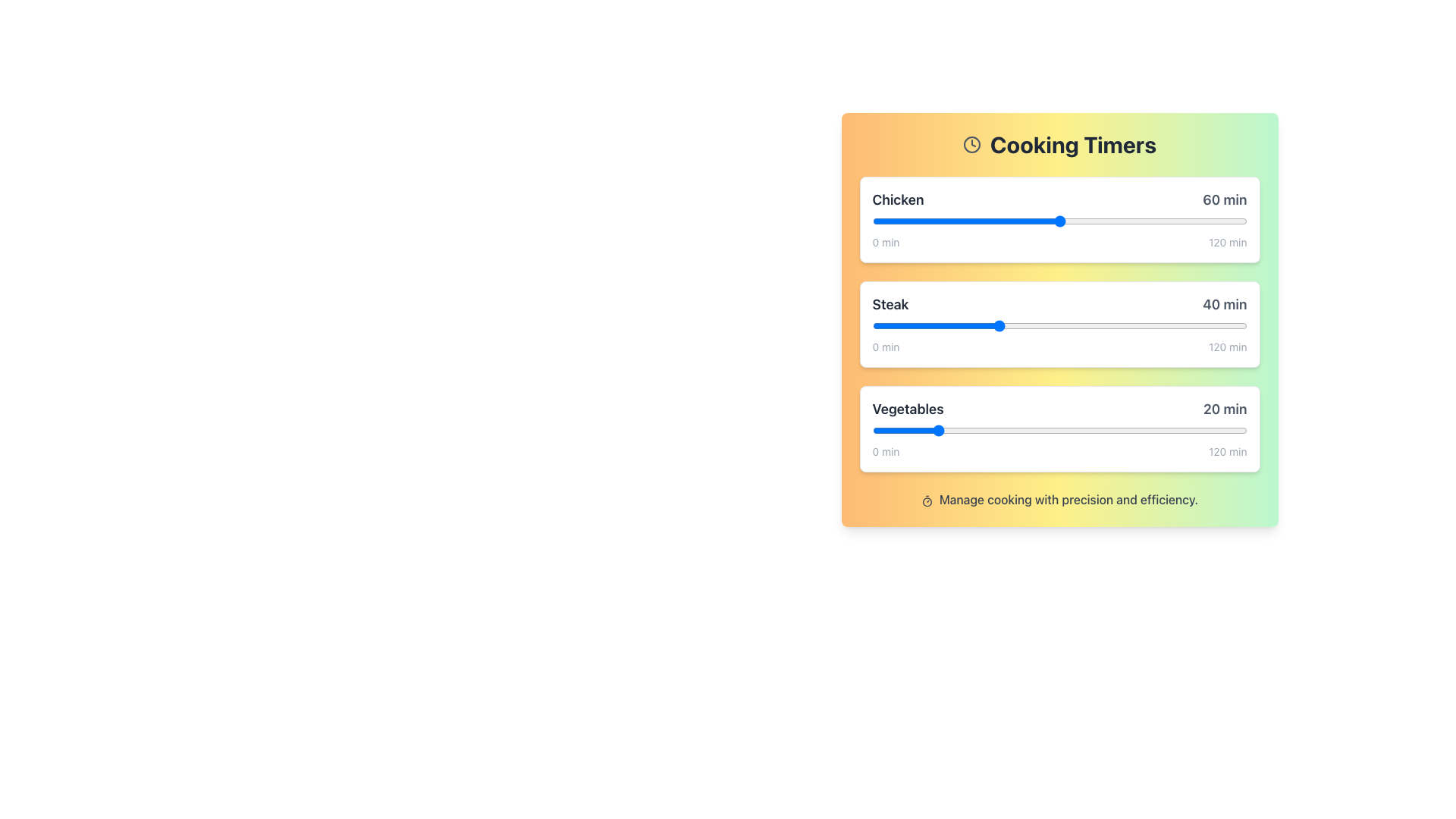  Describe the element at coordinates (1090, 325) in the screenshot. I see `the timer value for the slider` at that location.